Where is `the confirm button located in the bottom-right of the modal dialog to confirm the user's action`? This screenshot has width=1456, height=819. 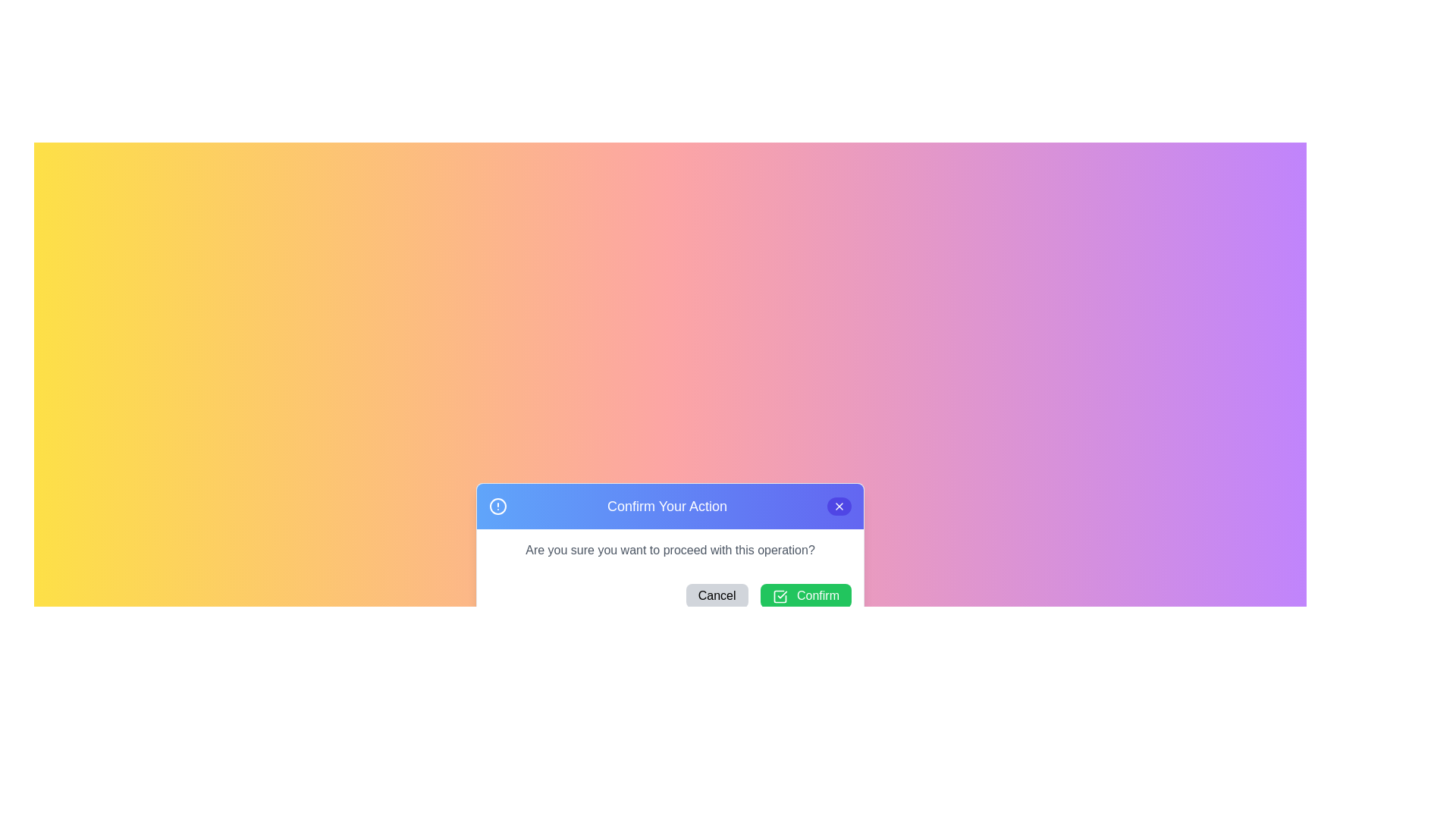
the confirm button located in the bottom-right of the modal dialog to confirm the user's action is located at coordinates (805, 595).